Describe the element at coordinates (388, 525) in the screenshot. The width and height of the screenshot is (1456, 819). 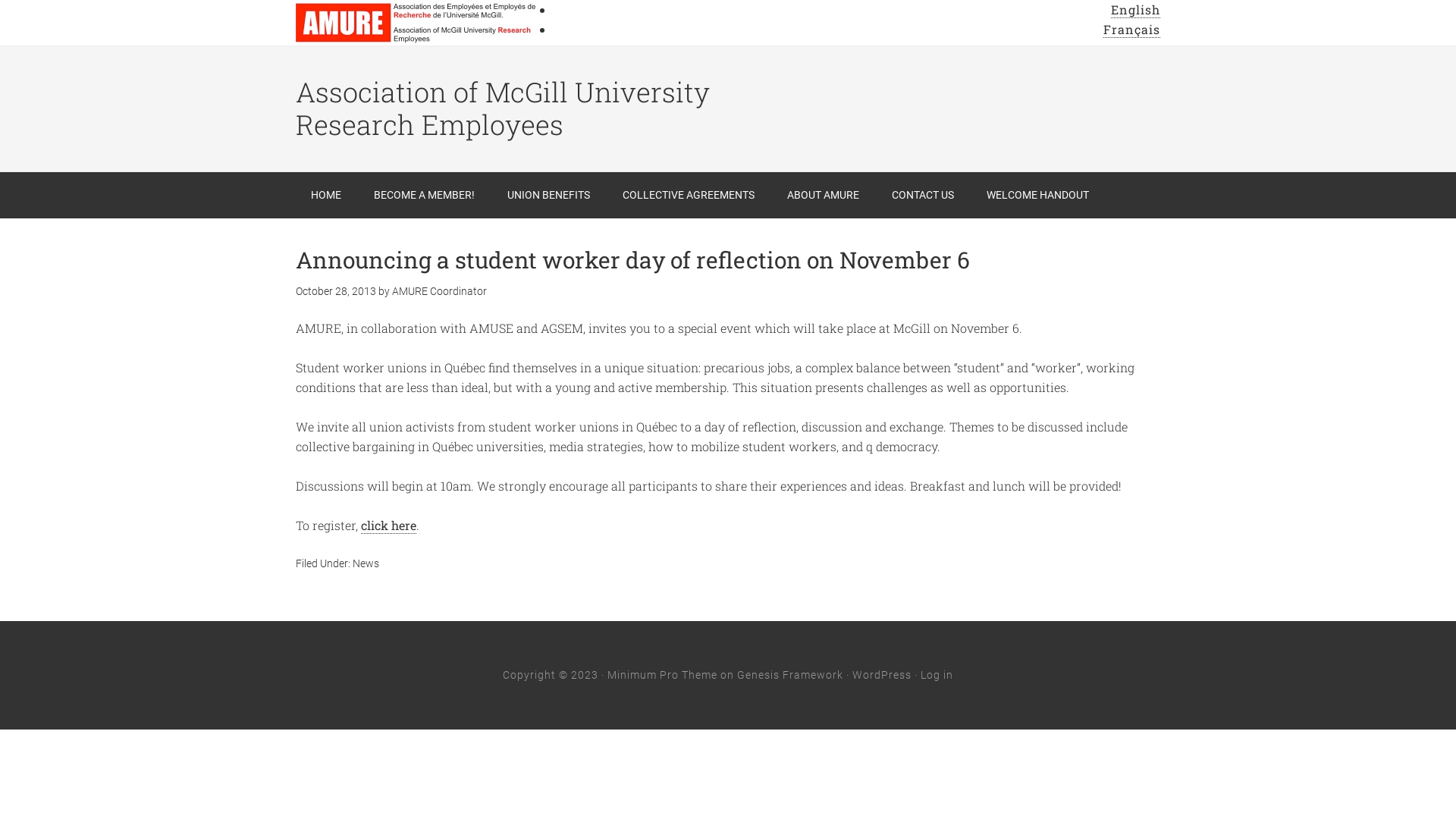
I see `'click here'` at that location.